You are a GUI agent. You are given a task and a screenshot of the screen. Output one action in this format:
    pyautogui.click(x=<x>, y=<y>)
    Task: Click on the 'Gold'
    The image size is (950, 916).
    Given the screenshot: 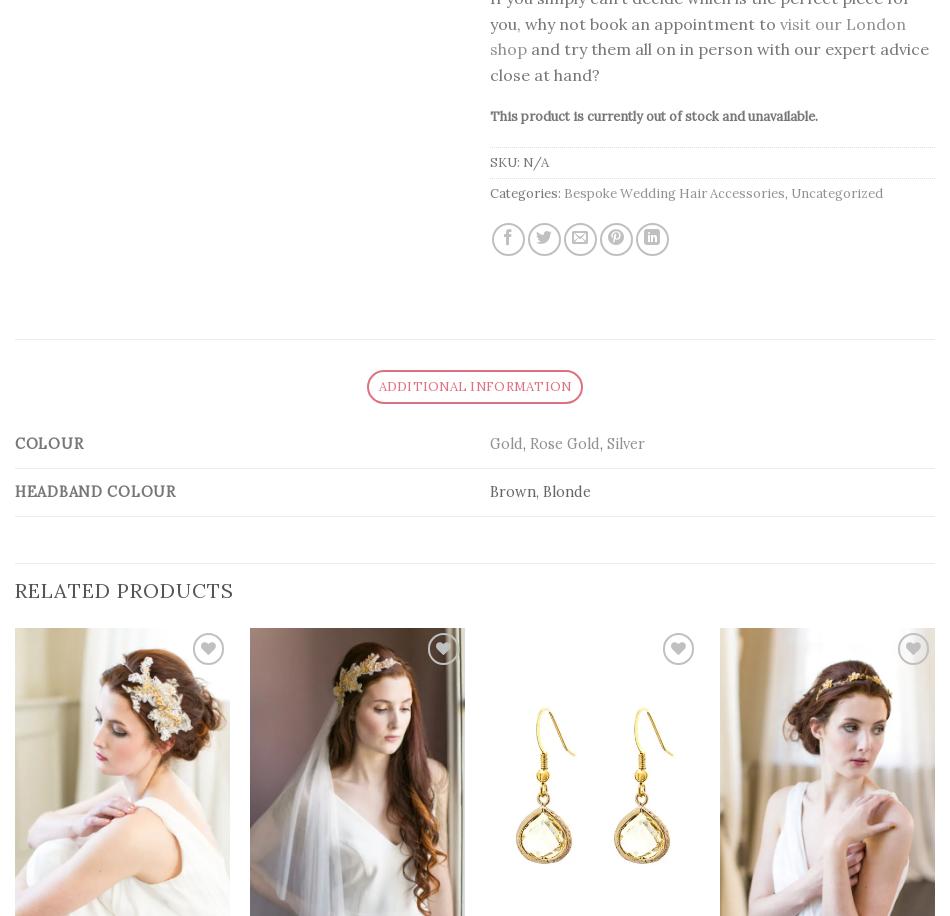 What is the action you would take?
    pyautogui.click(x=490, y=441)
    